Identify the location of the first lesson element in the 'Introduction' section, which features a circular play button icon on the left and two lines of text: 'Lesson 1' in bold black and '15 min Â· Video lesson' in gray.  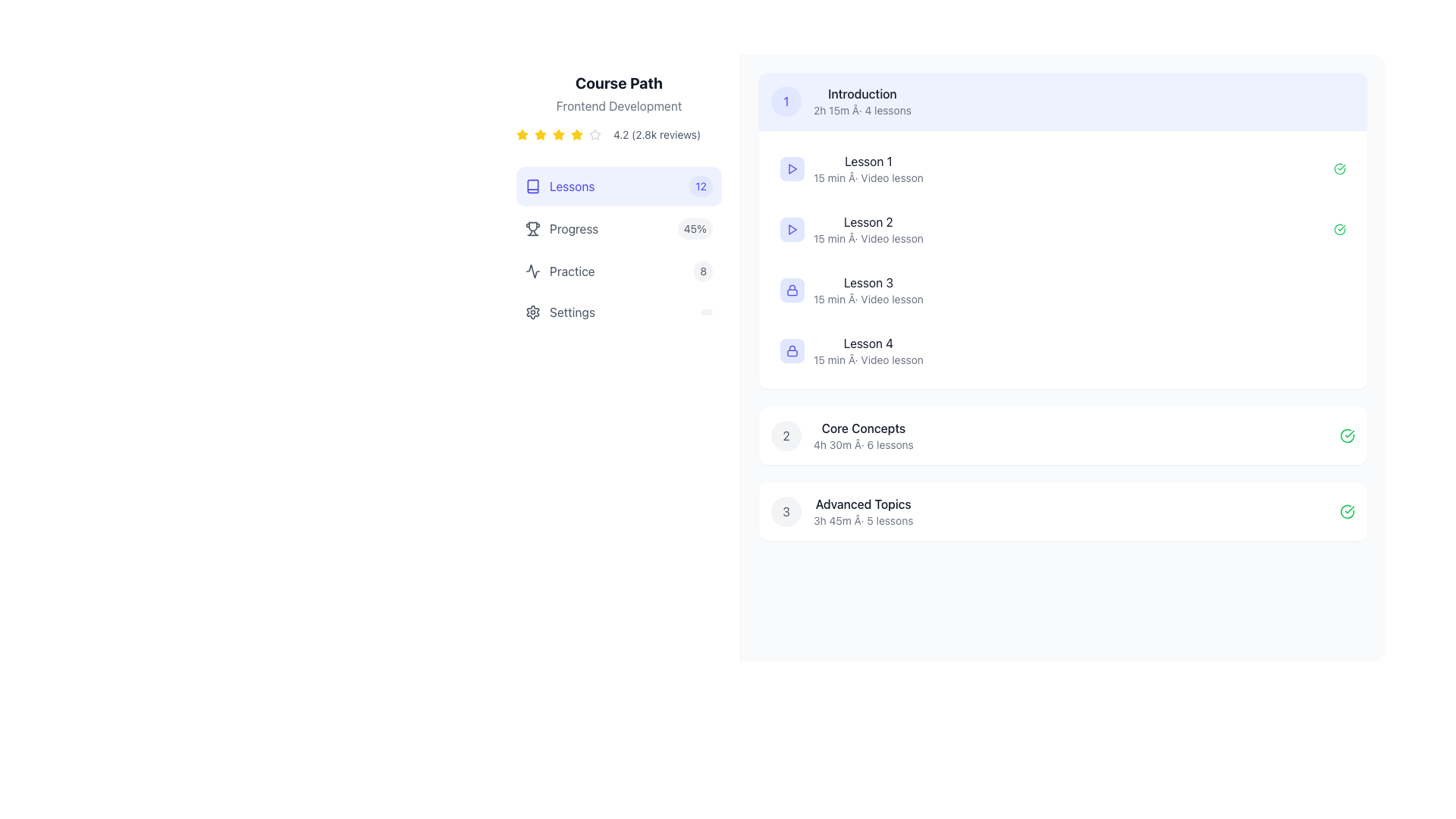
(852, 169).